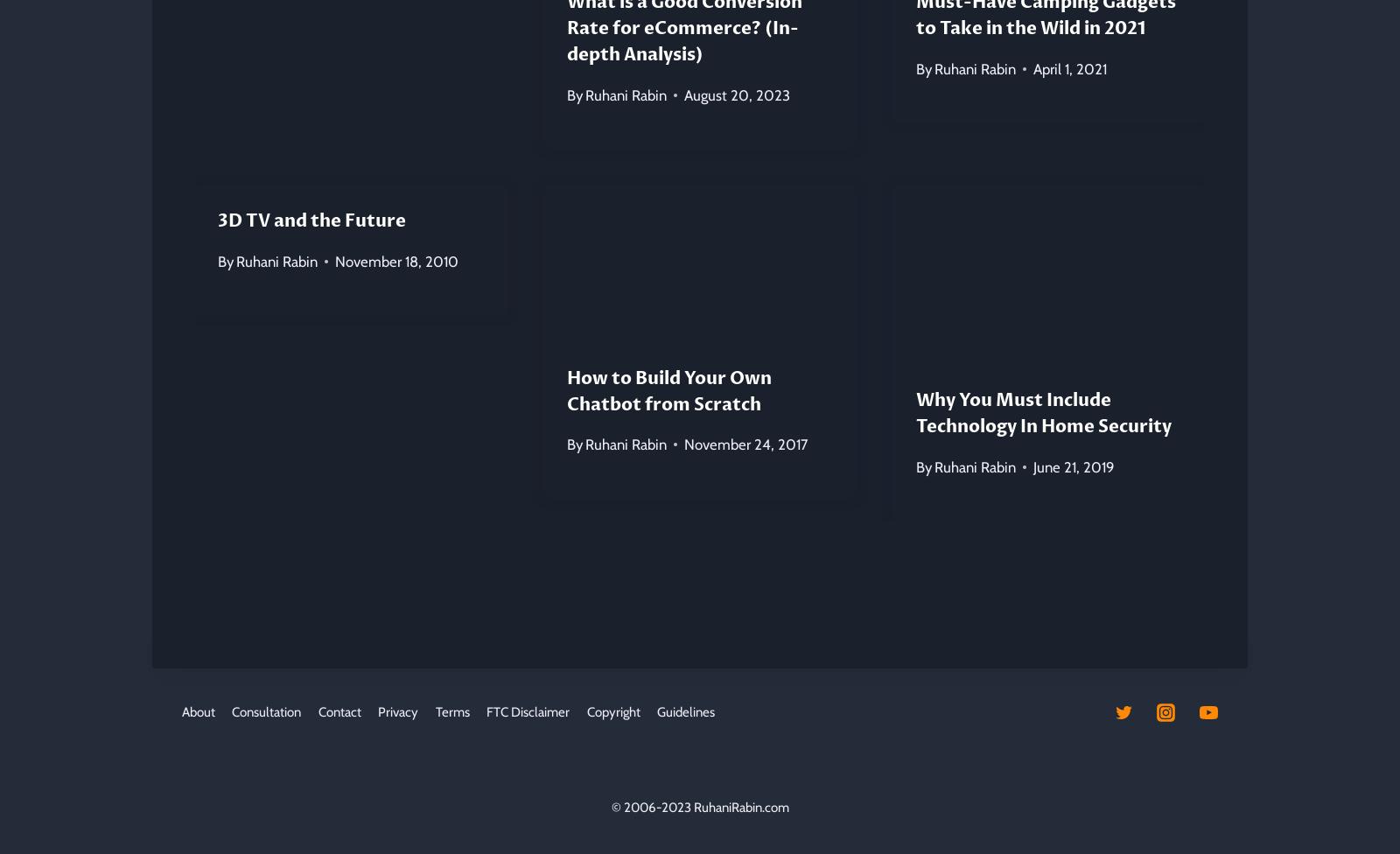  Describe the element at coordinates (668, 389) in the screenshot. I see `'How to Build Your Own Chatbot from Scratch'` at that location.